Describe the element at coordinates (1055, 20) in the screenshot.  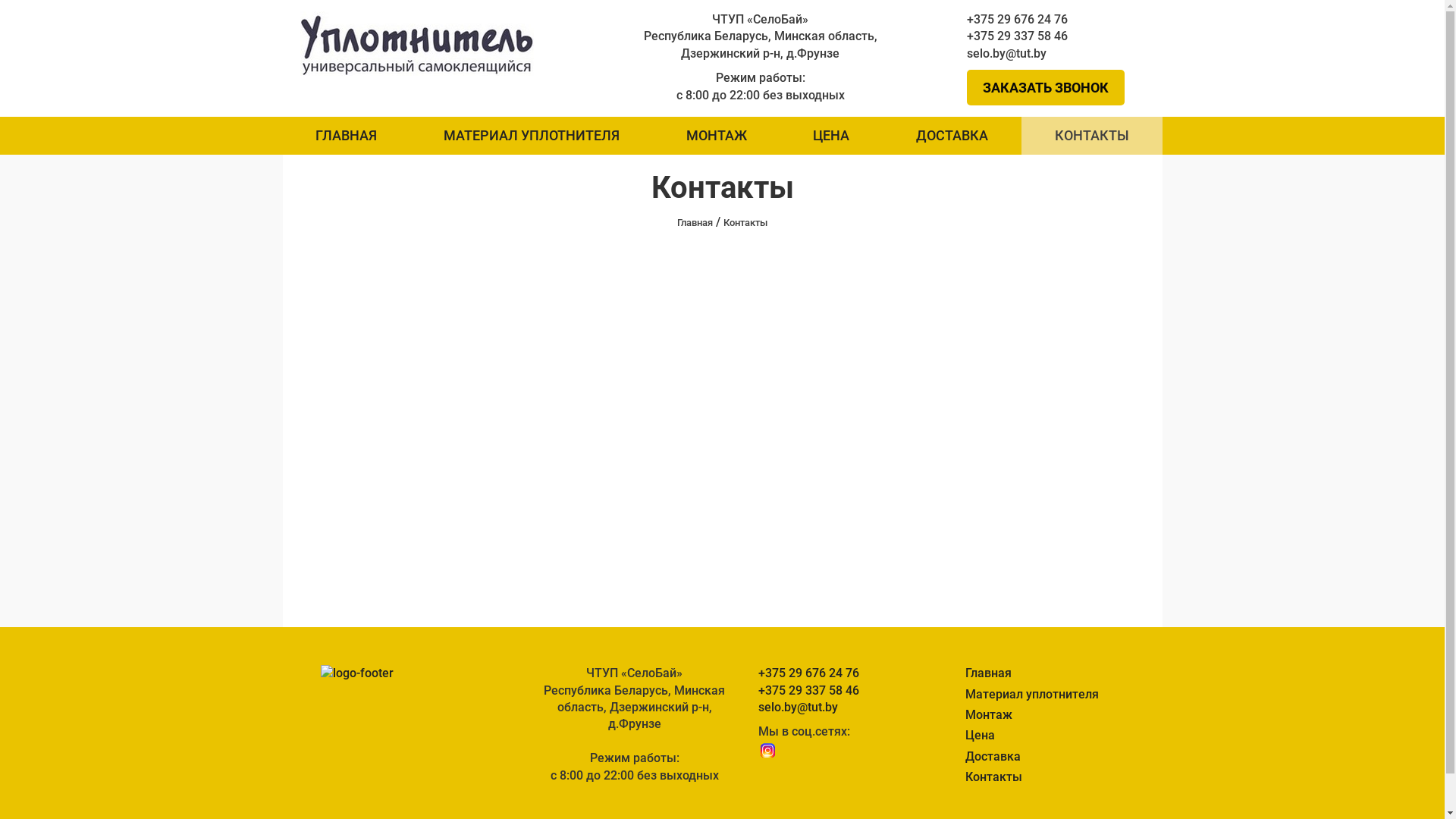
I see `'+375 29 676 24 76'` at that location.